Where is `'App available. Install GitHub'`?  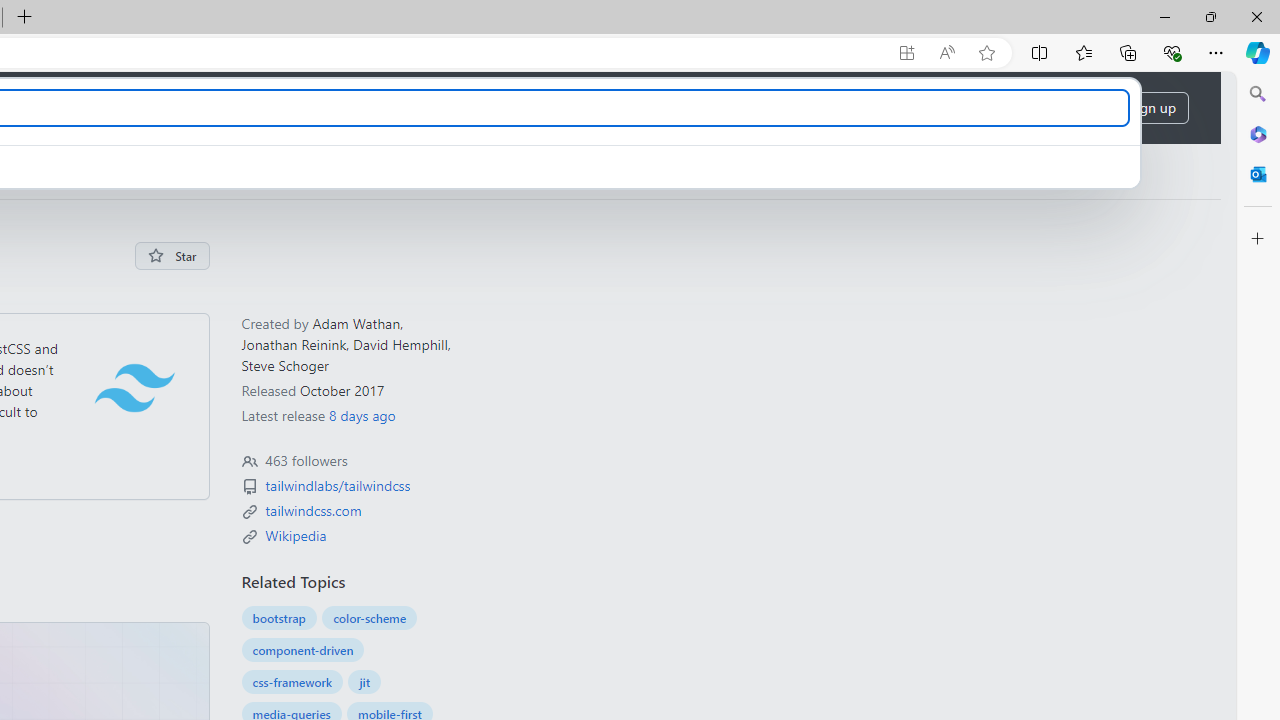
'App available. Install GitHub' is located at coordinates (905, 52).